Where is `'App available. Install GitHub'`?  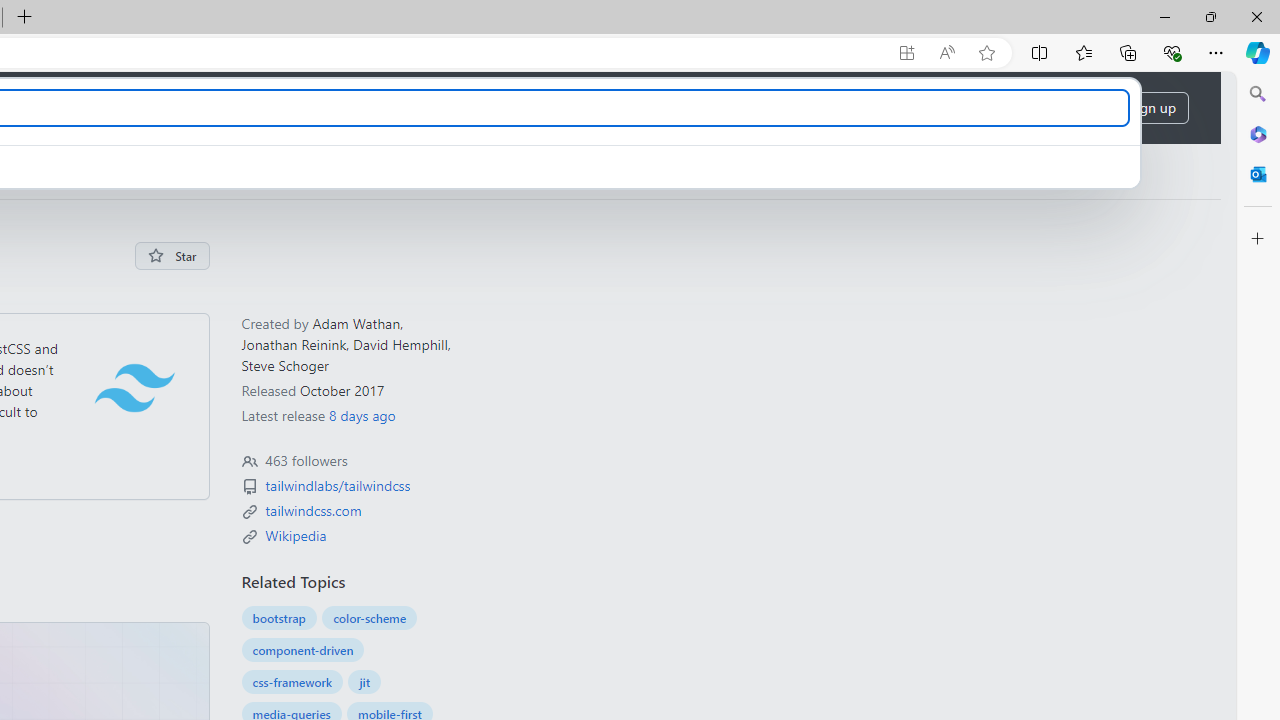
'App available. Install GitHub' is located at coordinates (905, 52).